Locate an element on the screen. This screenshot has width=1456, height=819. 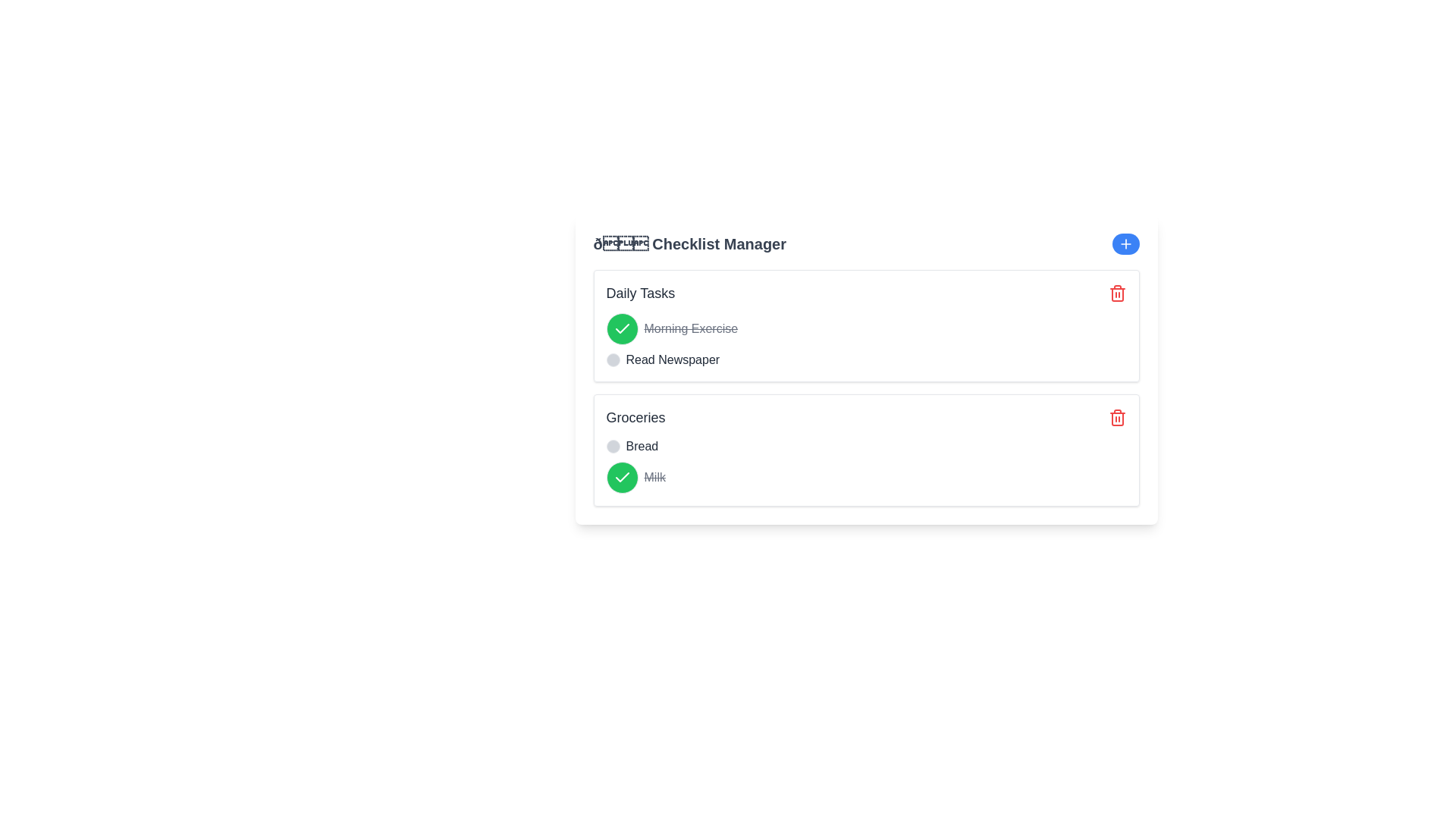
the completion marker of the checklist item for 'Milk' located in the 'Groceries' section is located at coordinates (866, 464).